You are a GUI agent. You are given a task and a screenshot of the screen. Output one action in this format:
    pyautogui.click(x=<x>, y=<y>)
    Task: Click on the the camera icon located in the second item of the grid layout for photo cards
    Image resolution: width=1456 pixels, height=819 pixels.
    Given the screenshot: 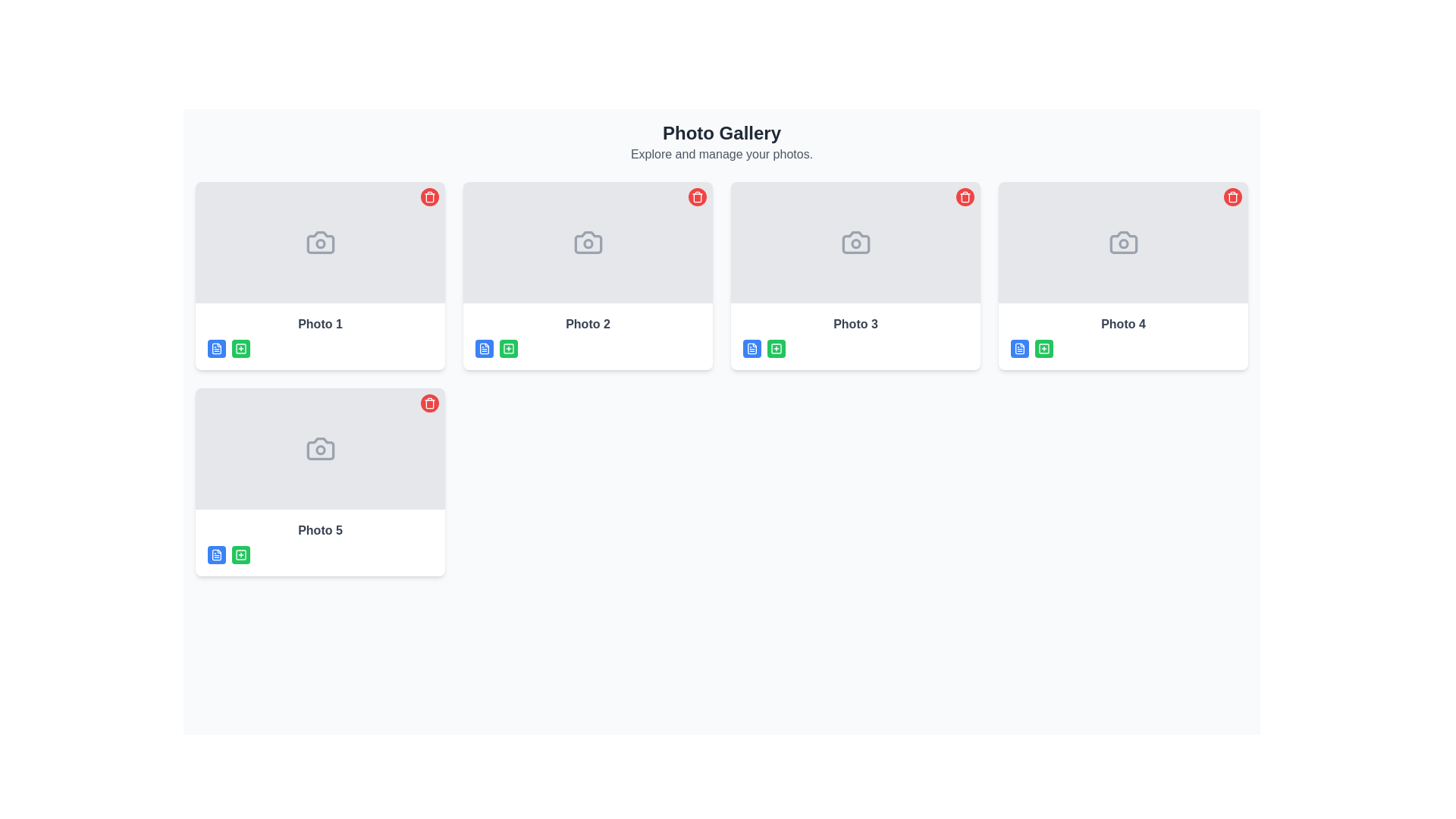 What is the action you would take?
    pyautogui.click(x=587, y=242)
    